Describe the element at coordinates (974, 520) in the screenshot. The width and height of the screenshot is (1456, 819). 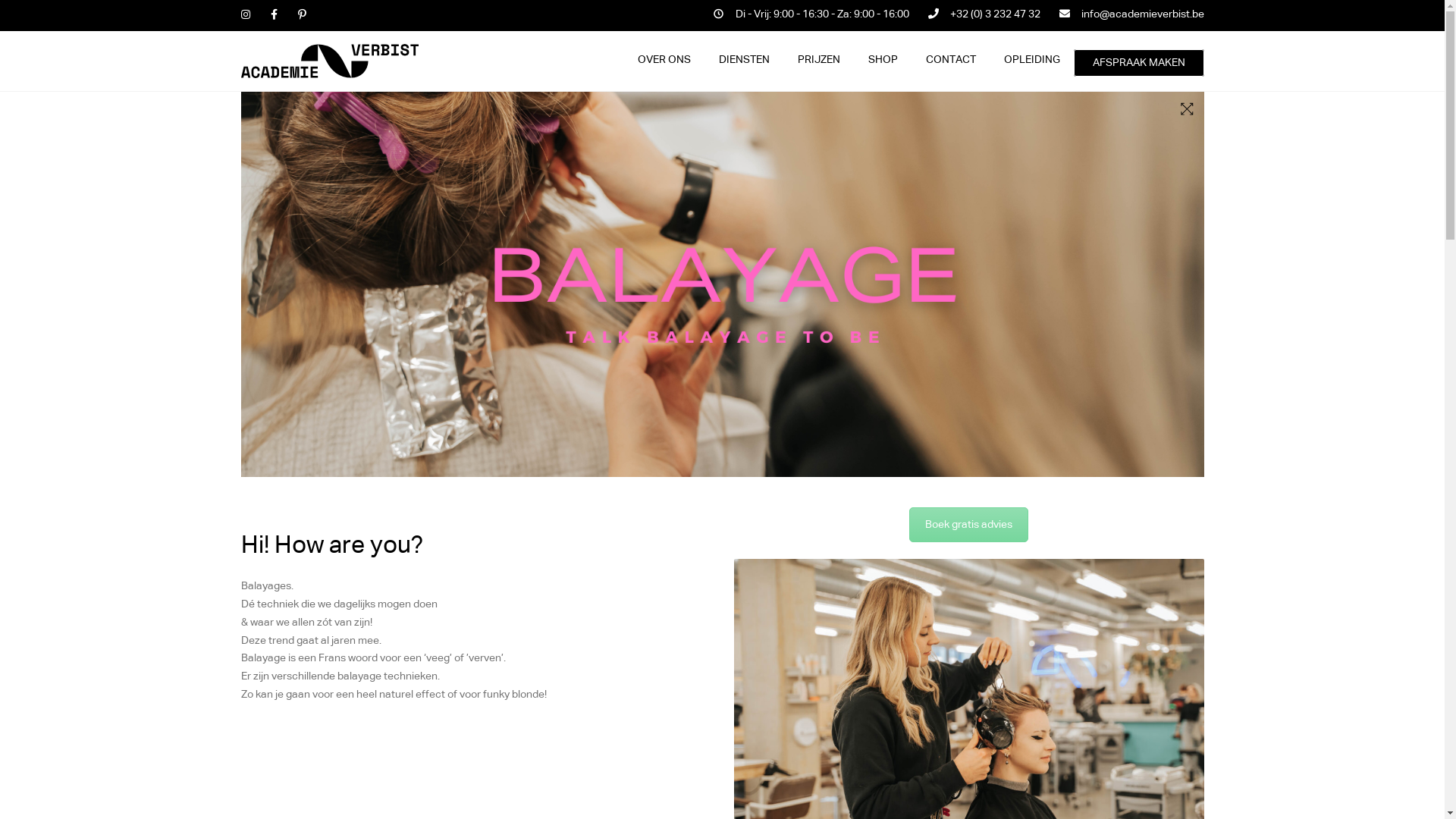
I see `'Falconplein 30, 2000 Antwerpen'` at that location.